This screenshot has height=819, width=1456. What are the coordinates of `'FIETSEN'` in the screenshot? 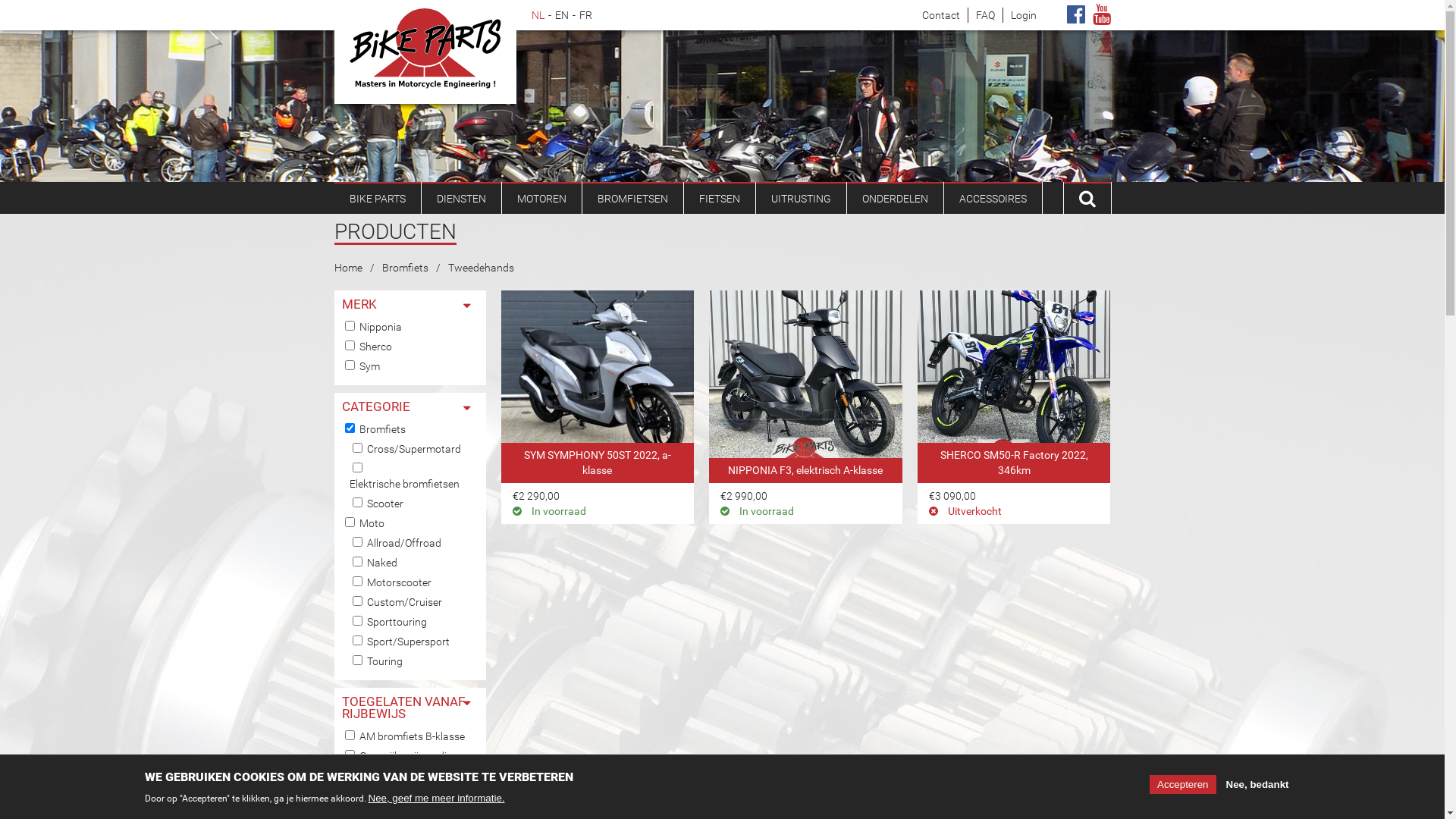 It's located at (719, 197).